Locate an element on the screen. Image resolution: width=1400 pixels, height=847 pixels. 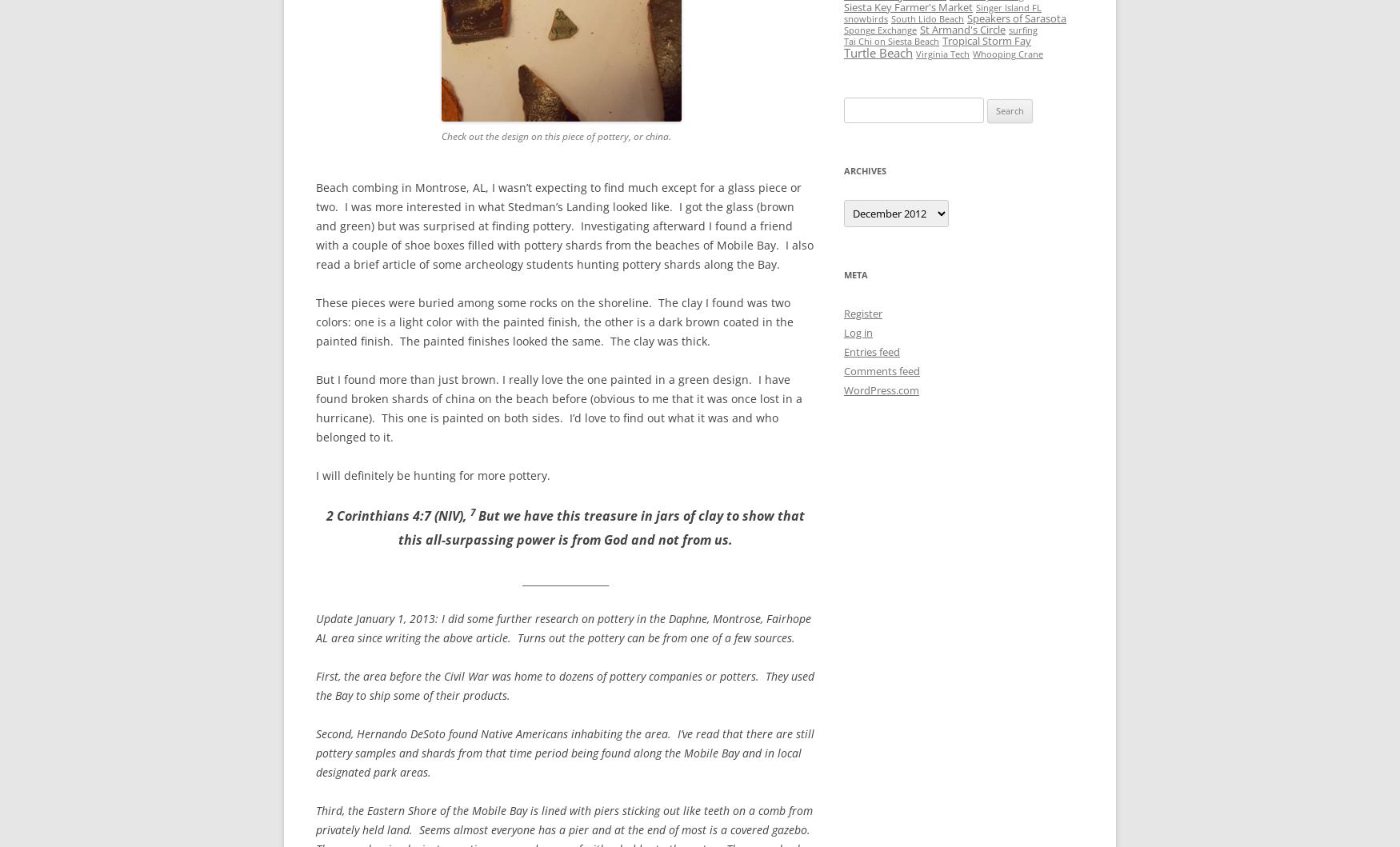
'Log in' is located at coordinates (843, 331).